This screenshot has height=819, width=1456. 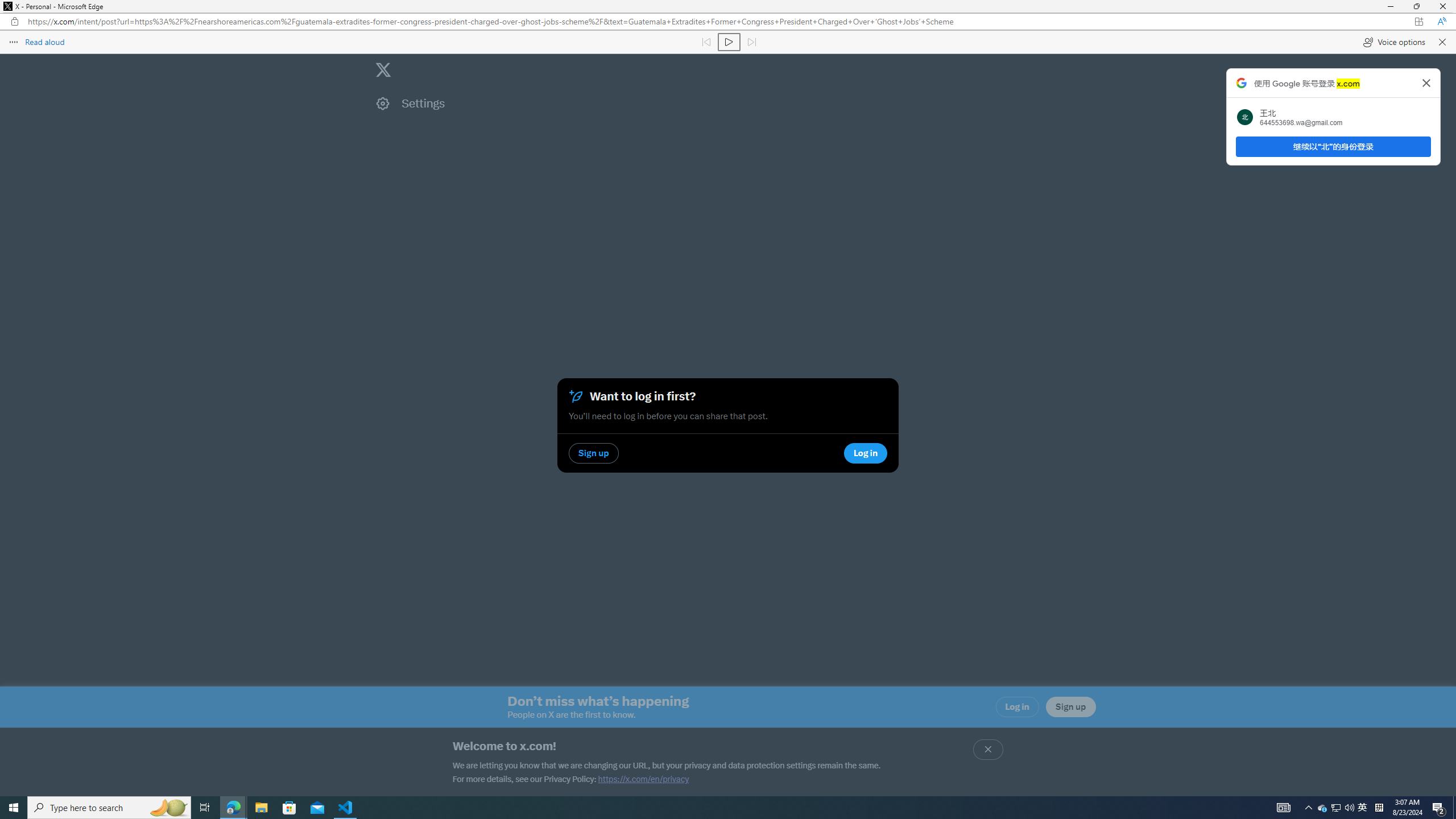 What do you see at coordinates (643, 779) in the screenshot?
I see `'https://x.com/en/privacy'` at bounding box center [643, 779].